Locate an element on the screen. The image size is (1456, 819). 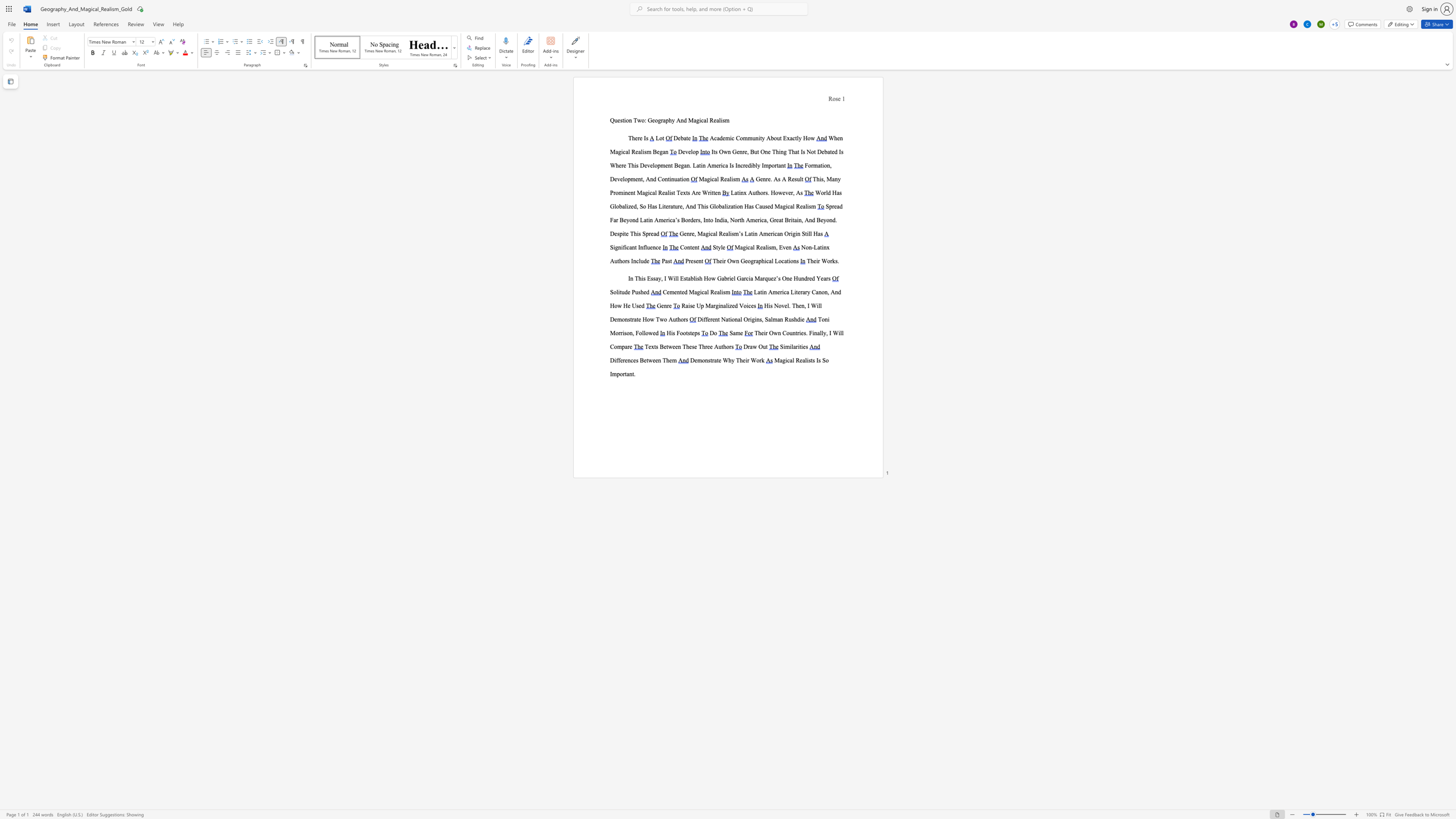
the 1th character "i" in the text is located at coordinates (817, 260).